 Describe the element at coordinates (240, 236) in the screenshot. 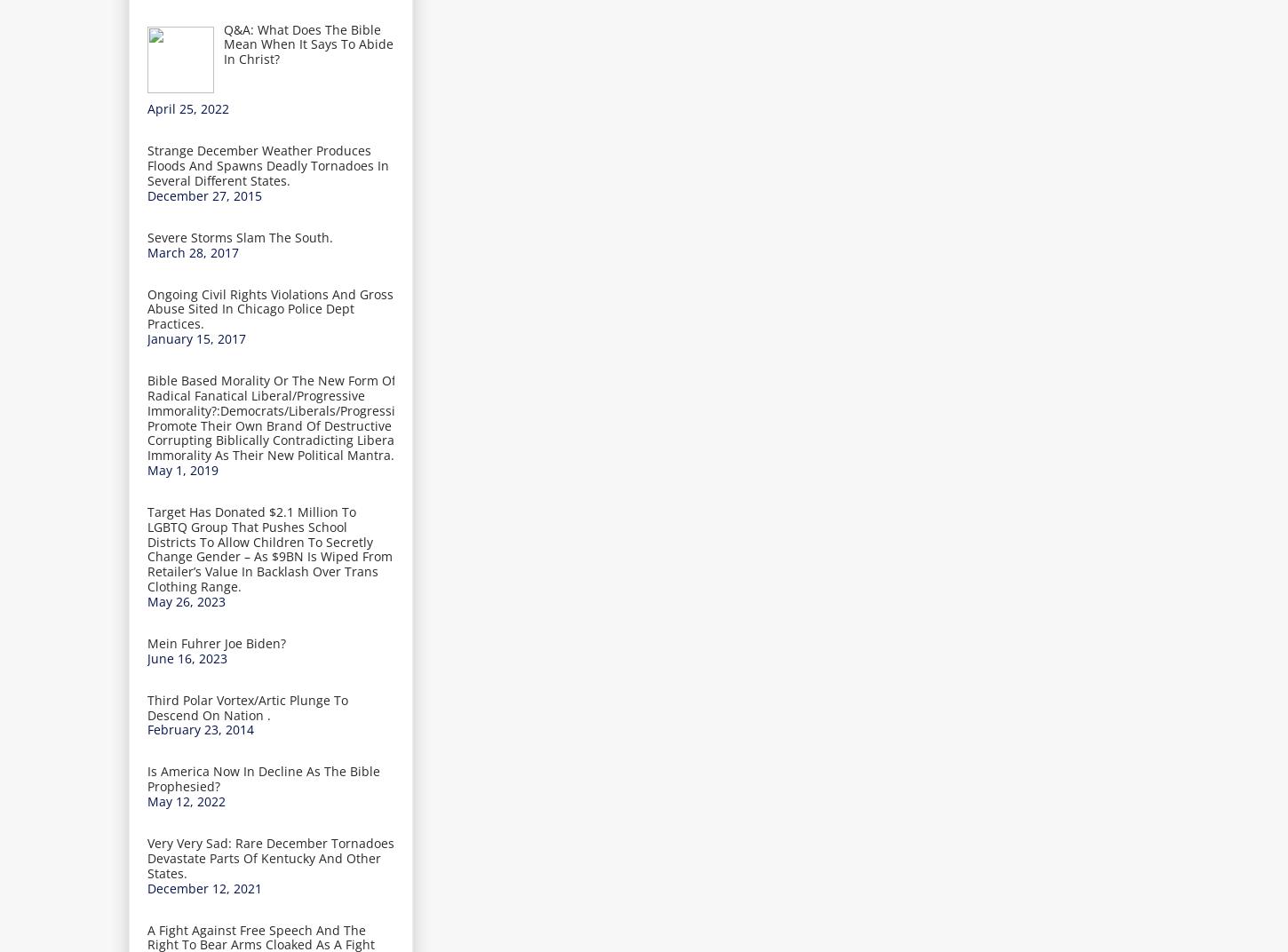

I see `'Severe Storms Slam The South.'` at that location.